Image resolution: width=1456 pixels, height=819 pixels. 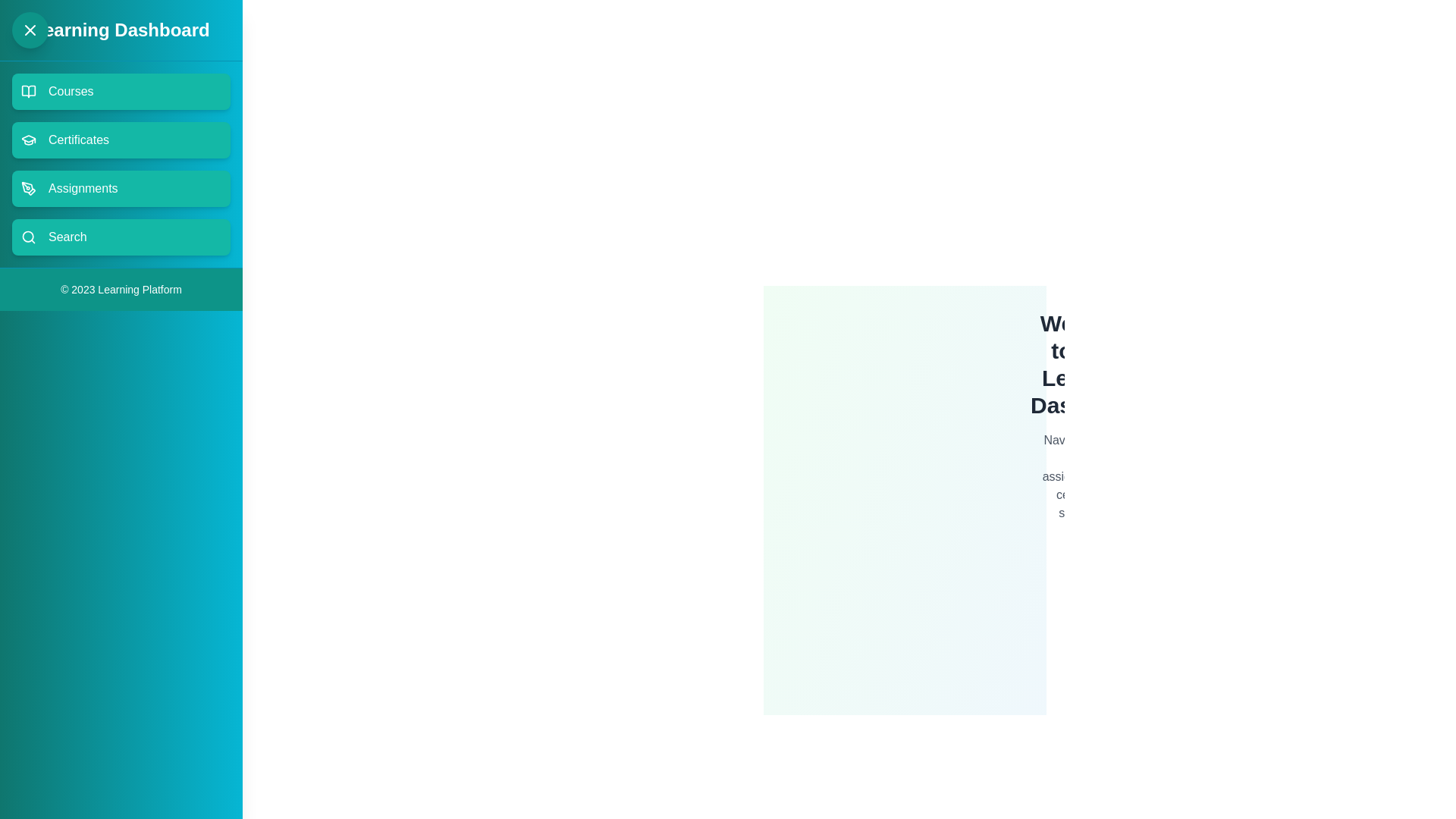 What do you see at coordinates (120, 289) in the screenshot?
I see `the text label displaying '© 2023 Learning Platform' located at the bottom of the left-hand teal sidebar` at bounding box center [120, 289].